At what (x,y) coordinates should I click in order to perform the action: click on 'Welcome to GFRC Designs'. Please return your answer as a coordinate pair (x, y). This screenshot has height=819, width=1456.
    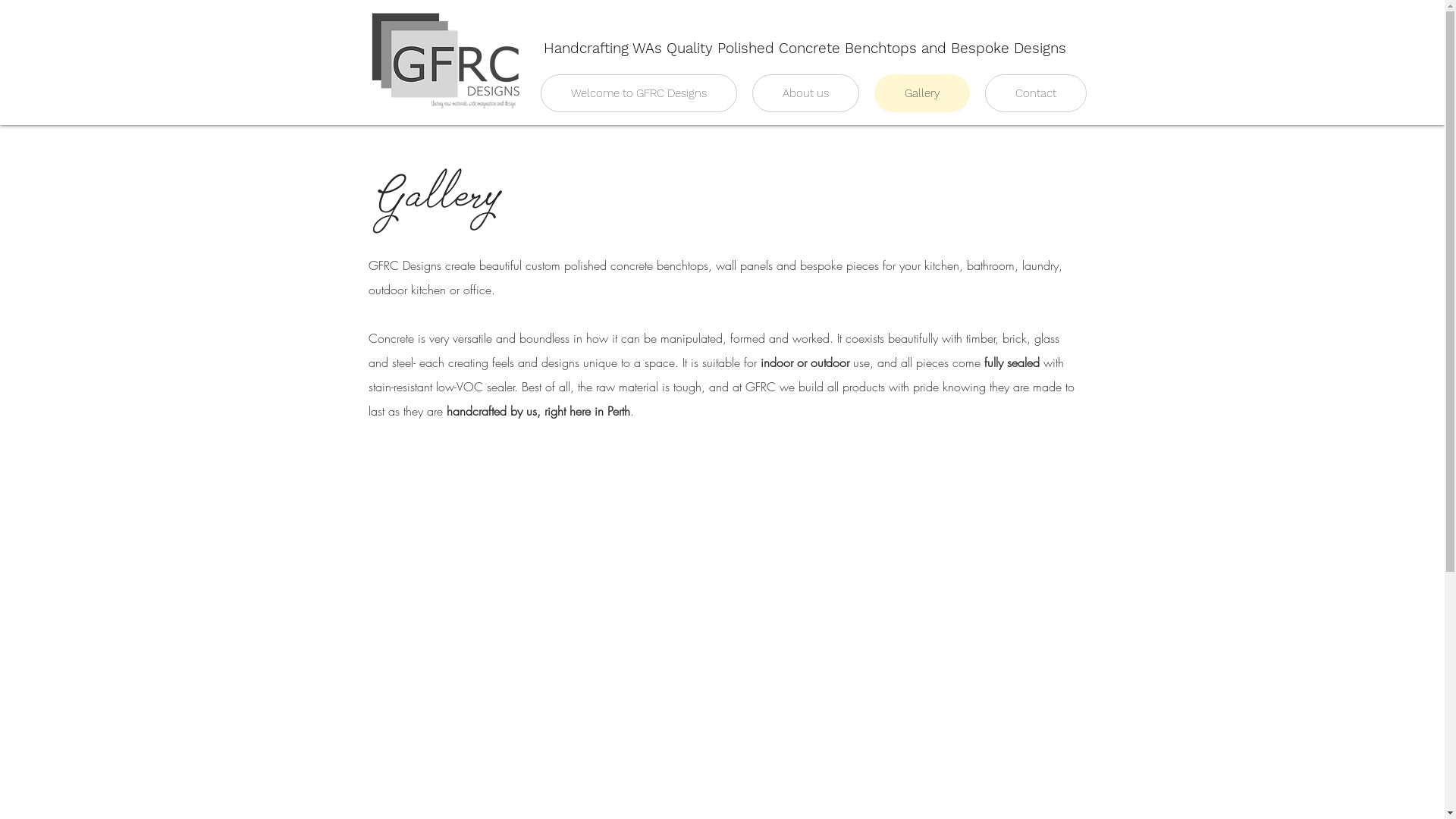
    Looking at the image, I should click on (539, 93).